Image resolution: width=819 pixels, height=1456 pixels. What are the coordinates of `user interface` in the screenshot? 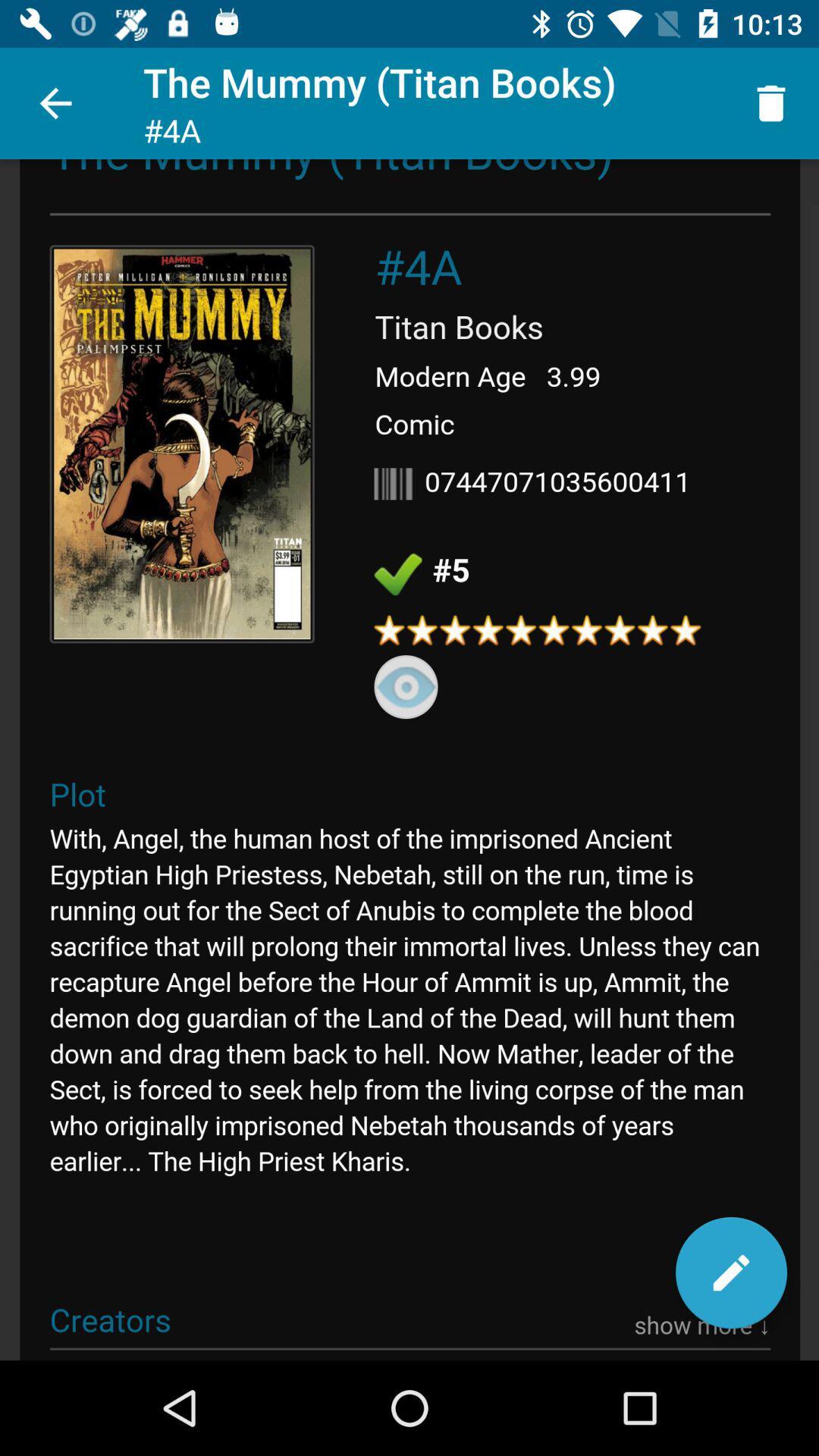 It's located at (409, 760).